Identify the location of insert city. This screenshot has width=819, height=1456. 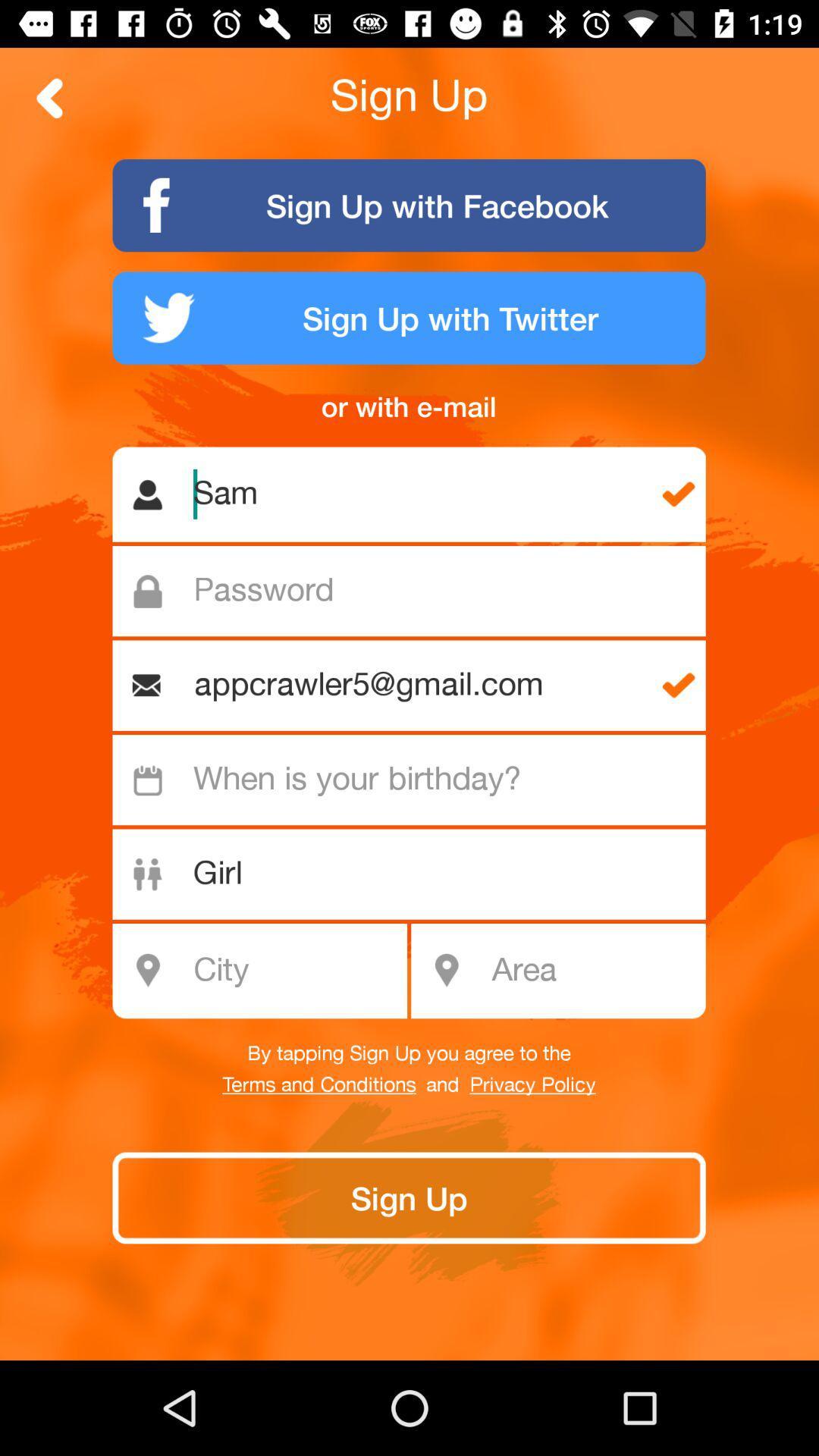
(268, 971).